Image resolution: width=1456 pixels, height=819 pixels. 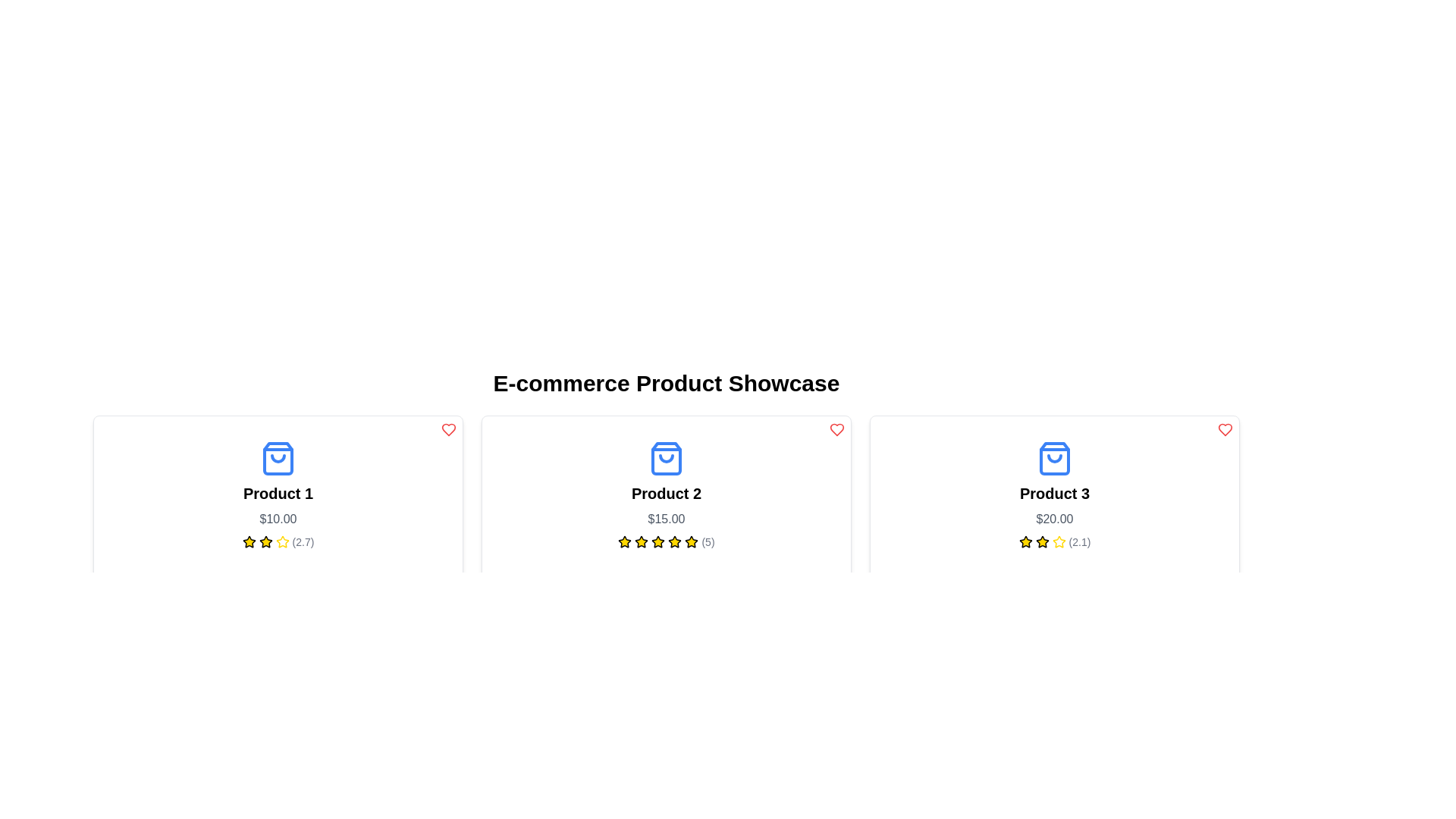 What do you see at coordinates (1041, 541) in the screenshot?
I see `the star icon representing the rating for 'Product 3'` at bounding box center [1041, 541].